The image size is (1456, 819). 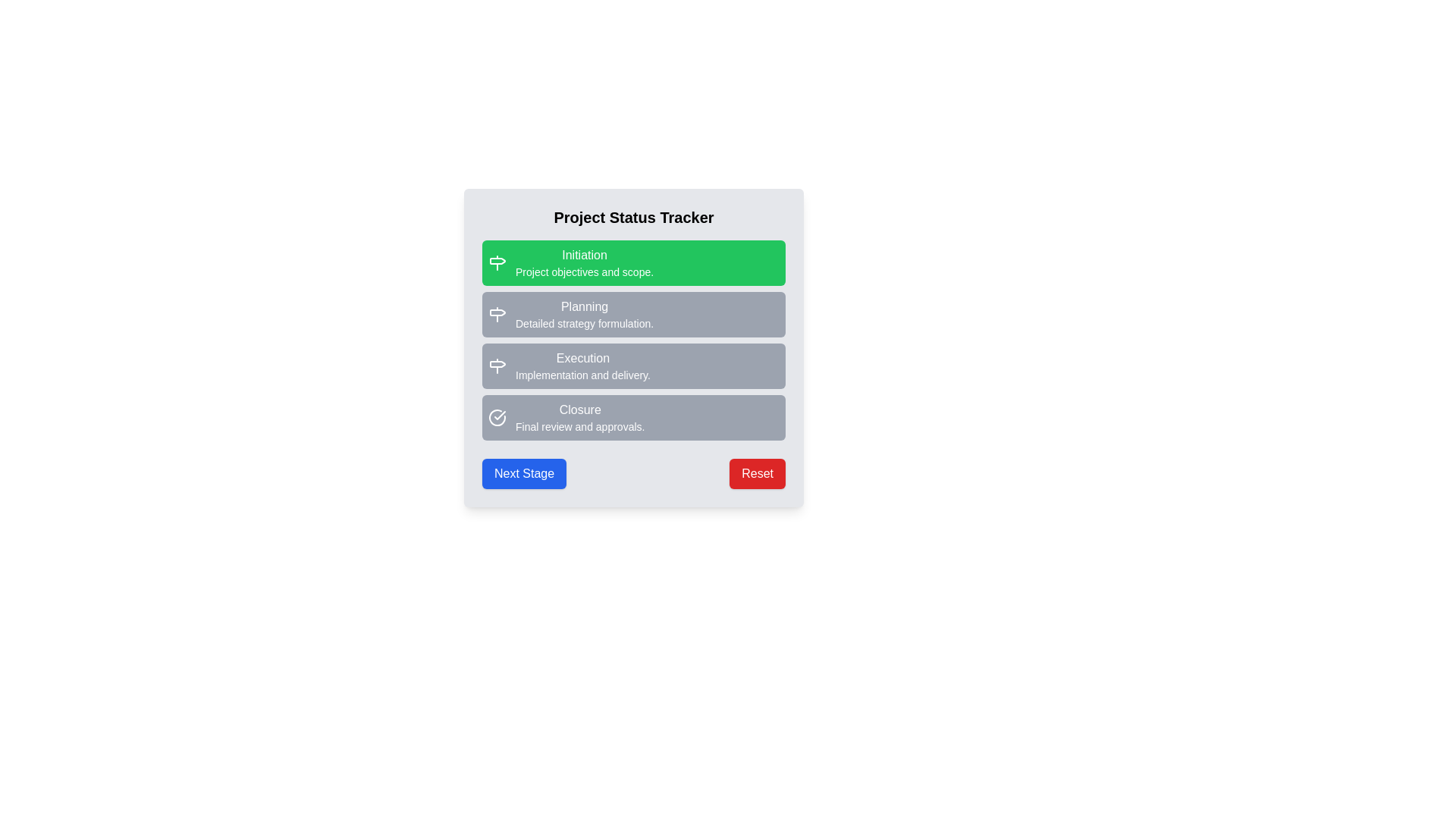 I want to click on the Status block element displaying 'Planning' and 'Detailed strategy formulation', so click(x=633, y=314).